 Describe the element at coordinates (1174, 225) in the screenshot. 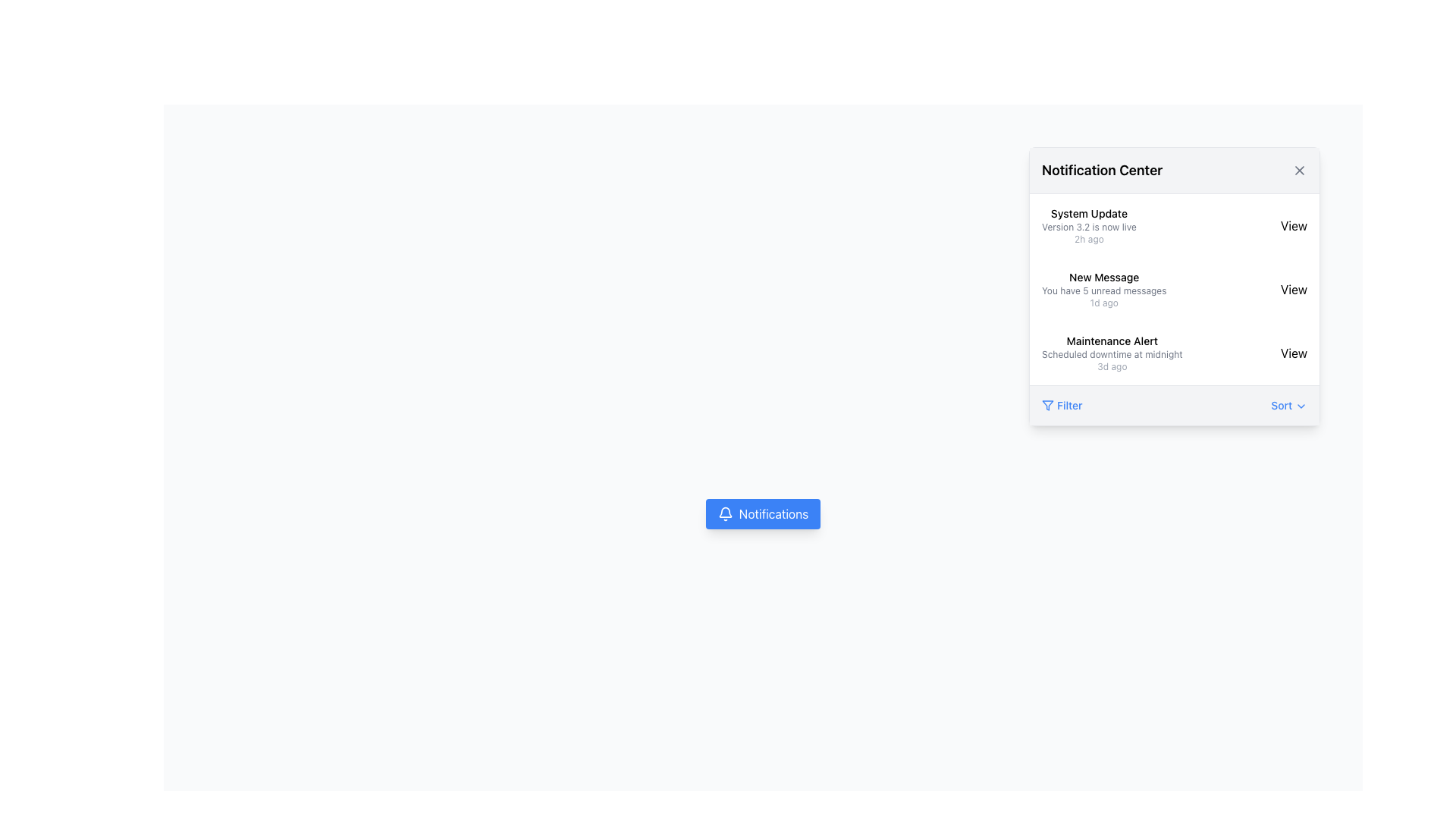

I see `the 'System Update' notification entry in the Notification Center for potential additional interactions` at that location.